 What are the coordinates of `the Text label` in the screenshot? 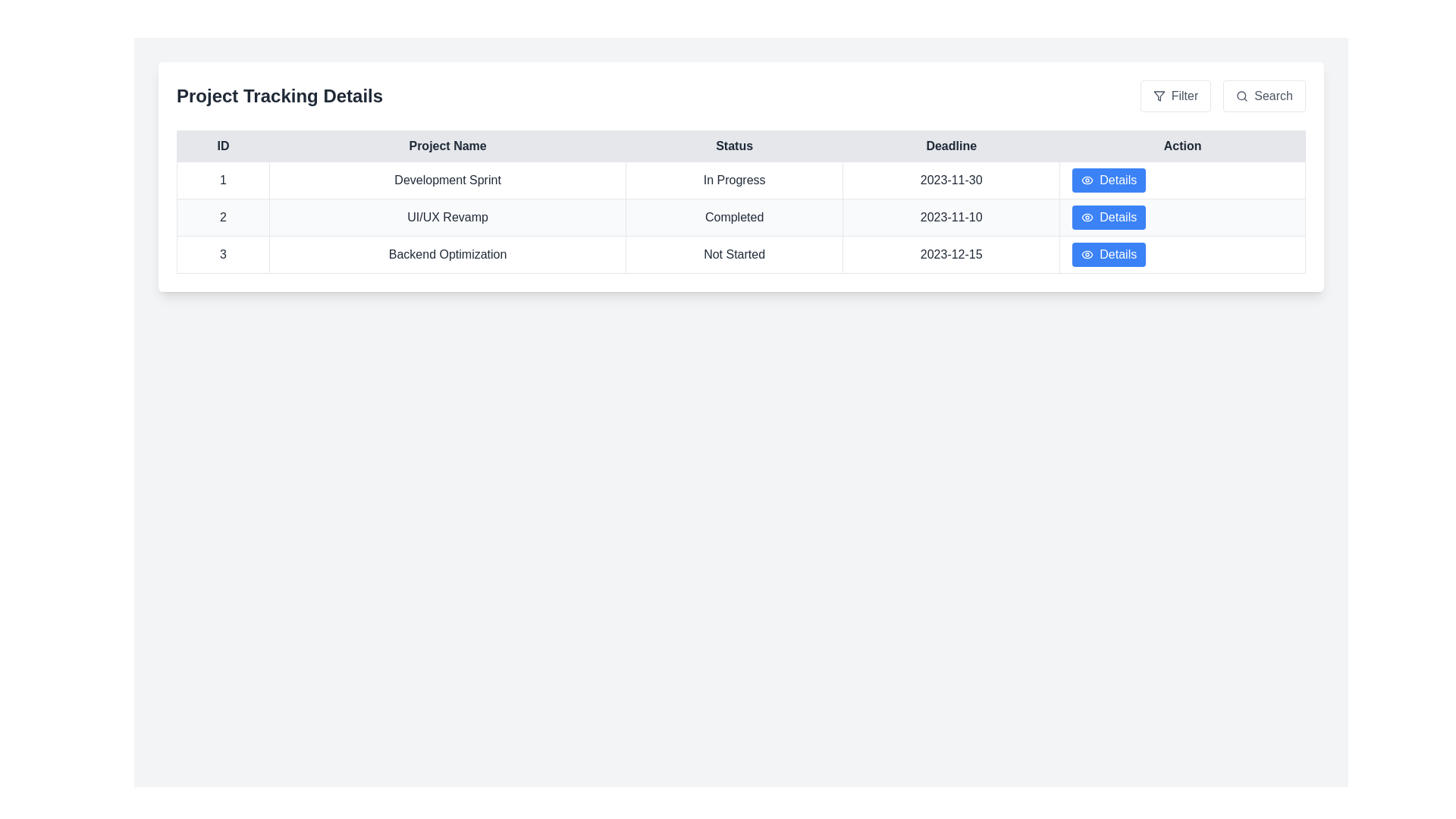 It's located at (222, 253).